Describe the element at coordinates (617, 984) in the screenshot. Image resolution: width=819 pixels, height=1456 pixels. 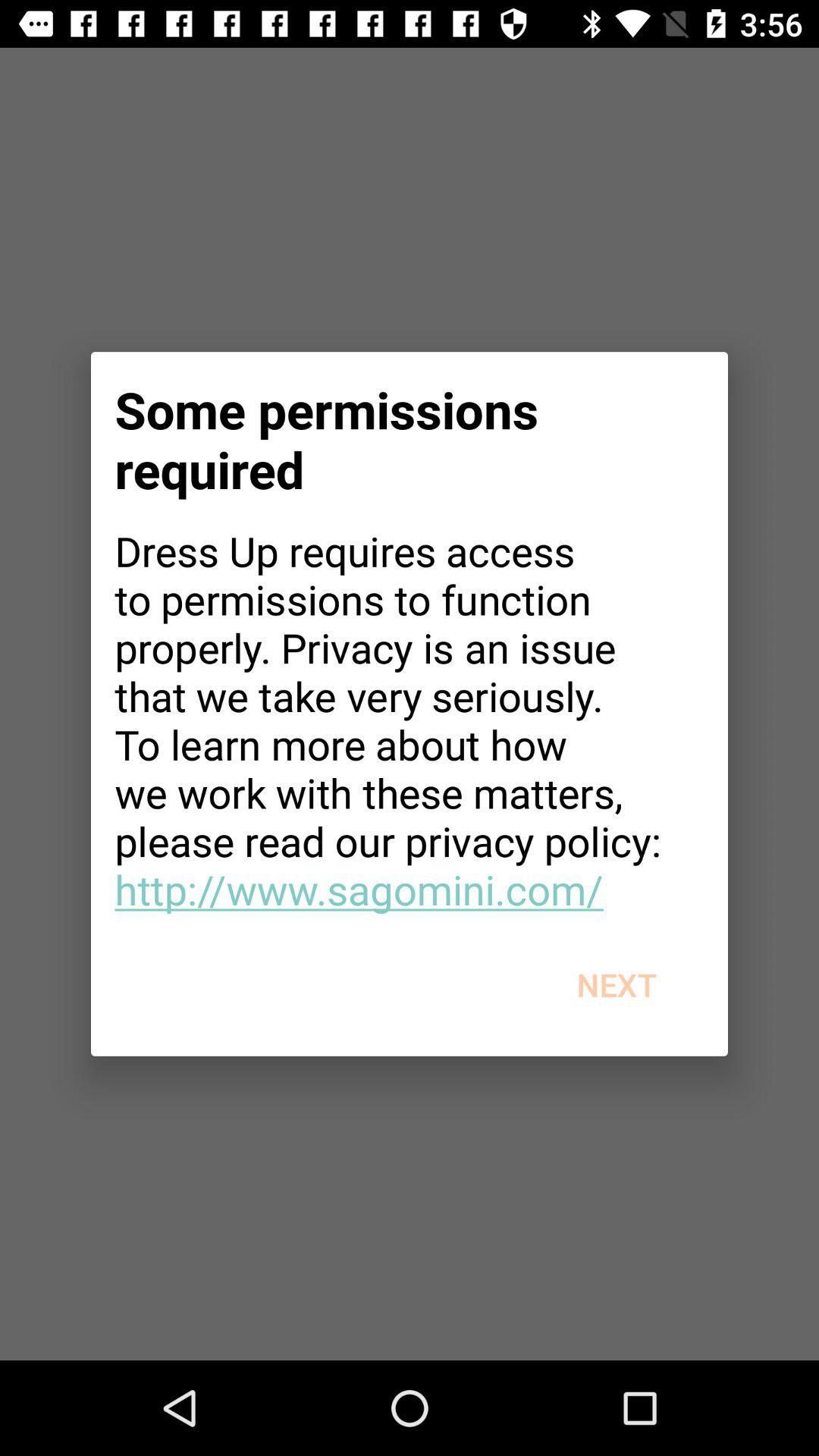
I see `next icon` at that location.